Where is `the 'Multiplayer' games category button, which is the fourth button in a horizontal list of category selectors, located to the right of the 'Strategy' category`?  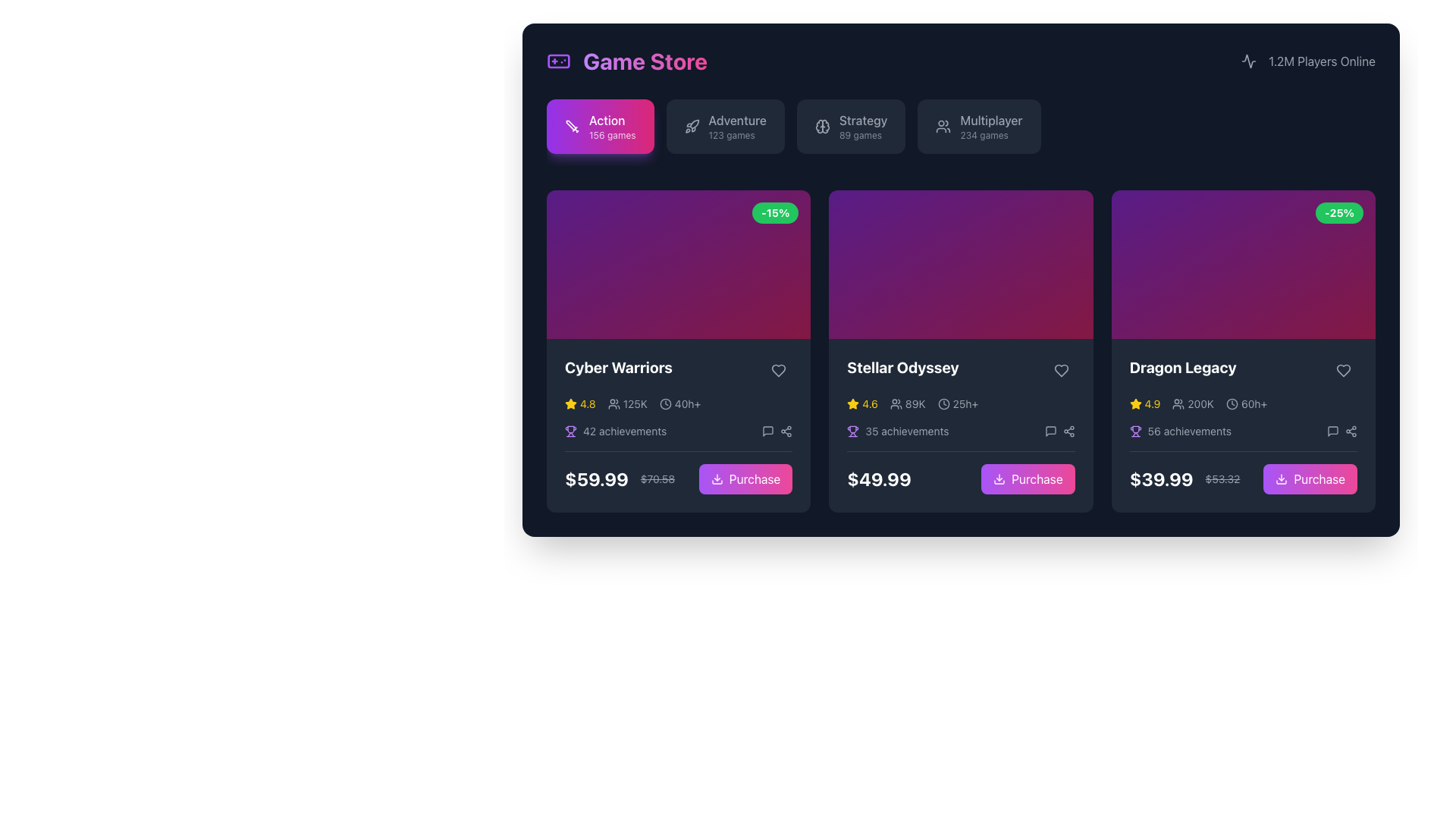 the 'Multiplayer' games category button, which is the fourth button in a horizontal list of category selectors, located to the right of the 'Strategy' category is located at coordinates (979, 125).